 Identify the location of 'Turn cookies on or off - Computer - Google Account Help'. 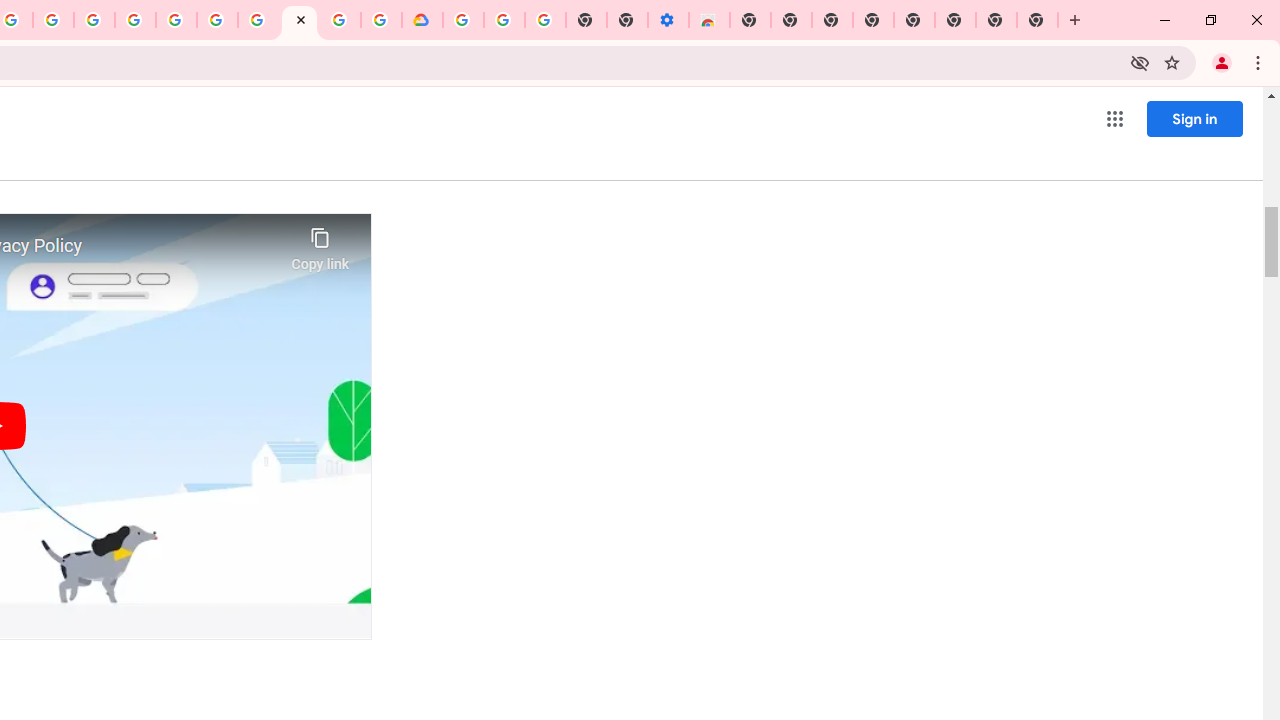
(545, 20).